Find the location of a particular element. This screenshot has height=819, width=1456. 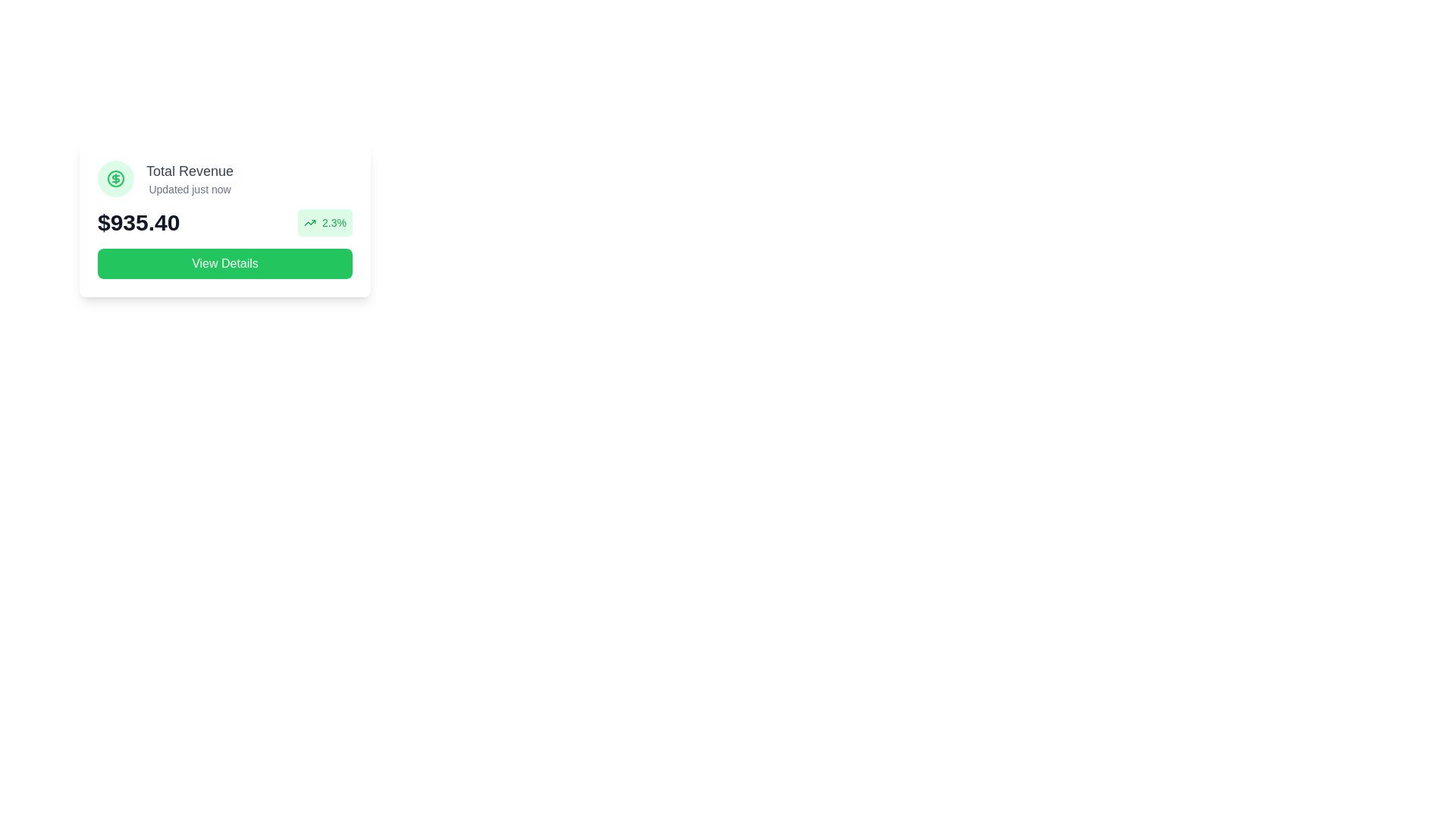

the circular icon with a green background and dollar sign ($) symbol, located to the left of the 'Total Revenue' text in the 'Total Revenue Updated just now' section is located at coordinates (115, 177).